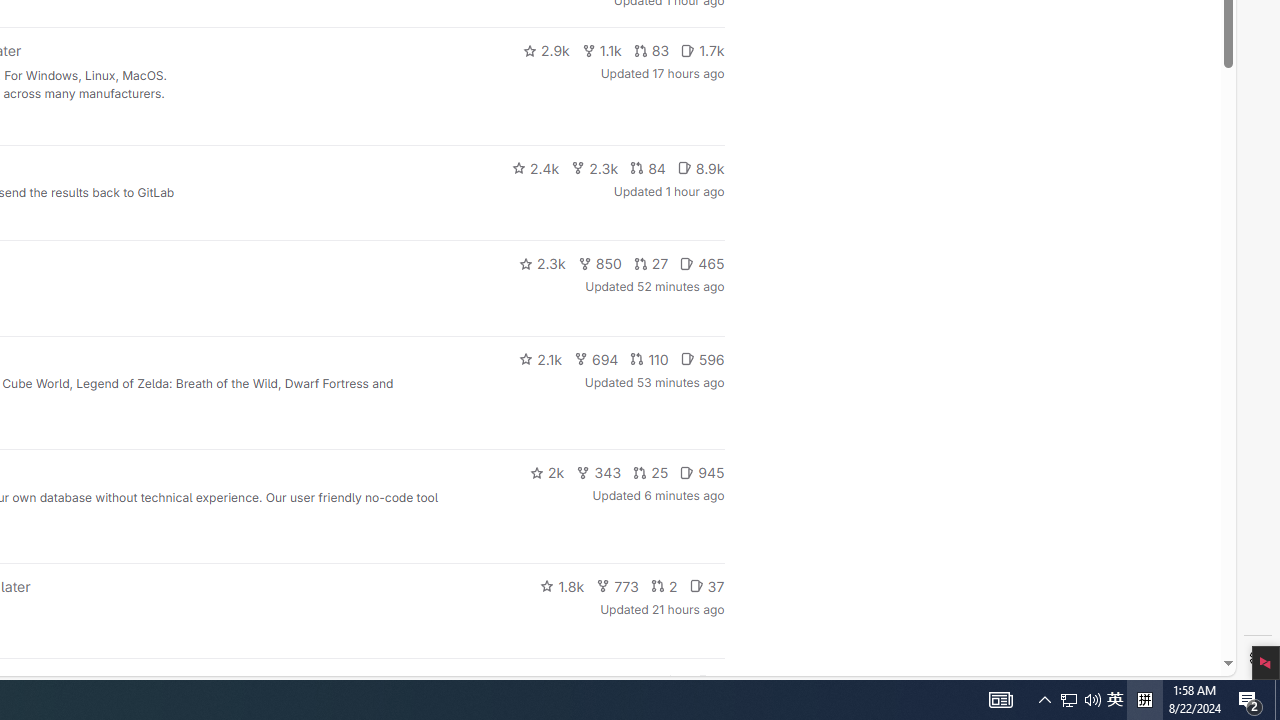 The height and width of the screenshot is (720, 1280). What do you see at coordinates (702, 50) in the screenshot?
I see `'1.7k'` at bounding box center [702, 50].